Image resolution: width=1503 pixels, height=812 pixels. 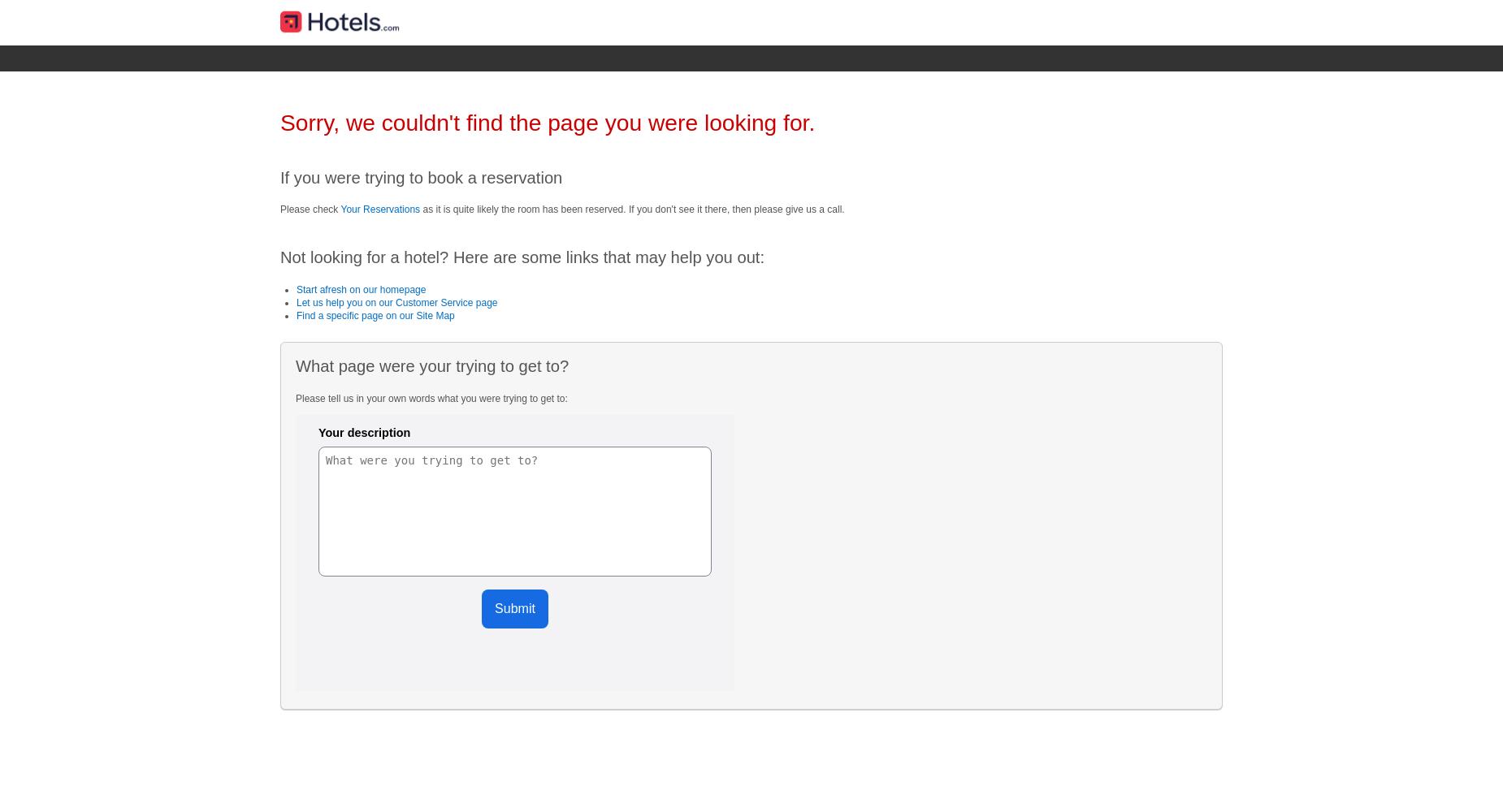 What do you see at coordinates (310, 209) in the screenshot?
I see `'Please check'` at bounding box center [310, 209].